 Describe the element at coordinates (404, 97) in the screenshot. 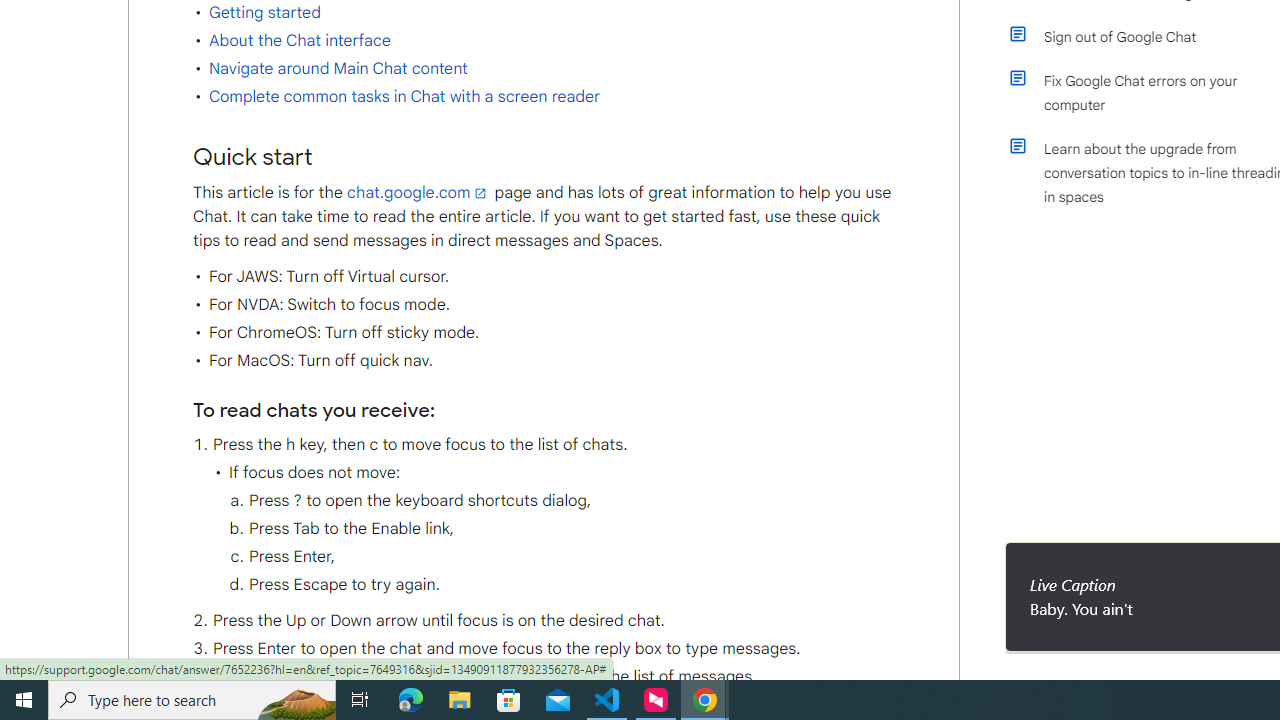

I see `'Complete common tasks in Chat with a screen reader'` at that location.